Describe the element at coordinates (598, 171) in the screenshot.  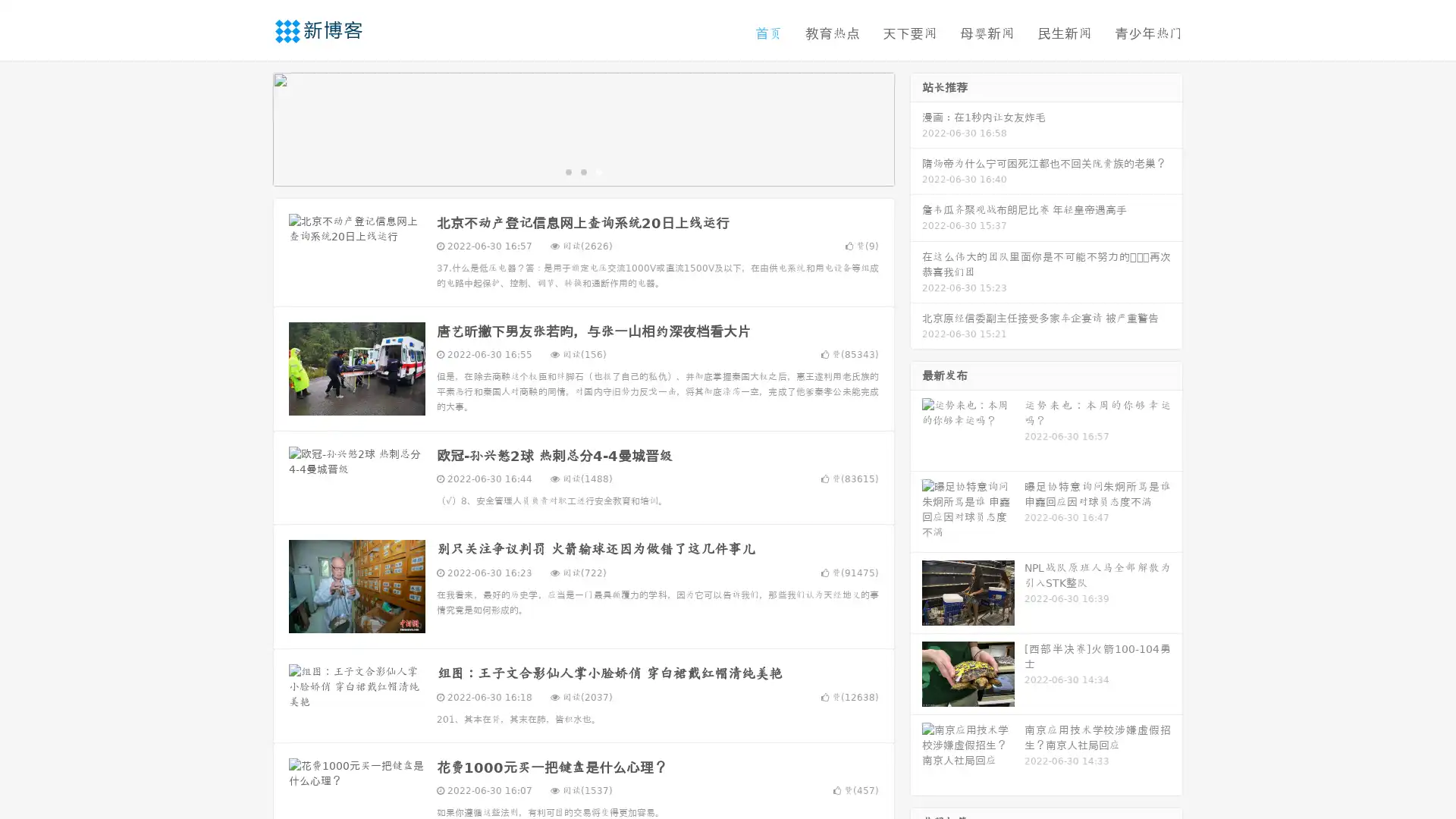
I see `Go to slide 3` at that location.